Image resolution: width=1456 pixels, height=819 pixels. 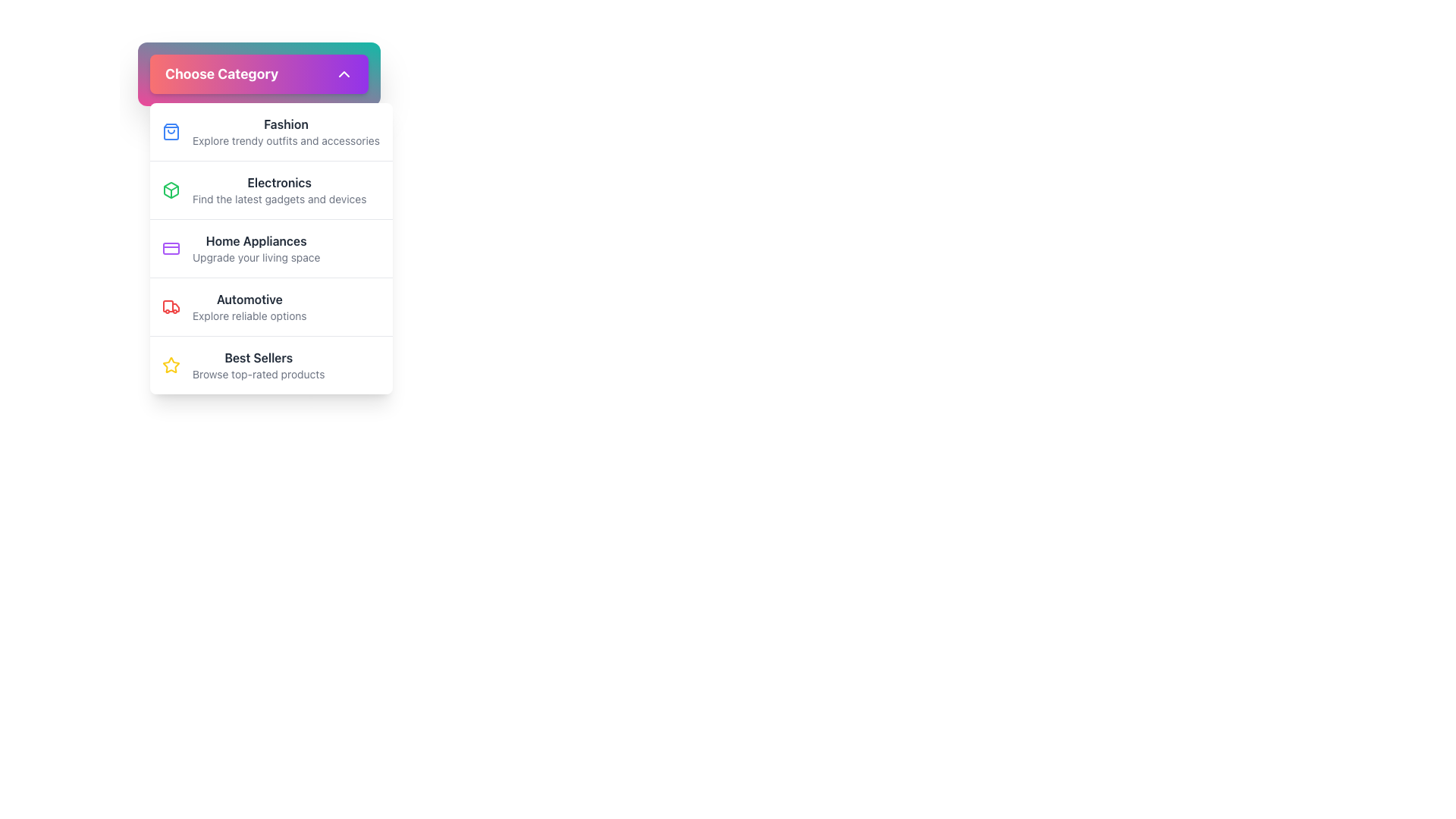 What do you see at coordinates (259, 374) in the screenshot?
I see `the text label reading 'Browse top-rated products' located beneath the 'Best Sellers' label in the dropdown menu` at bounding box center [259, 374].